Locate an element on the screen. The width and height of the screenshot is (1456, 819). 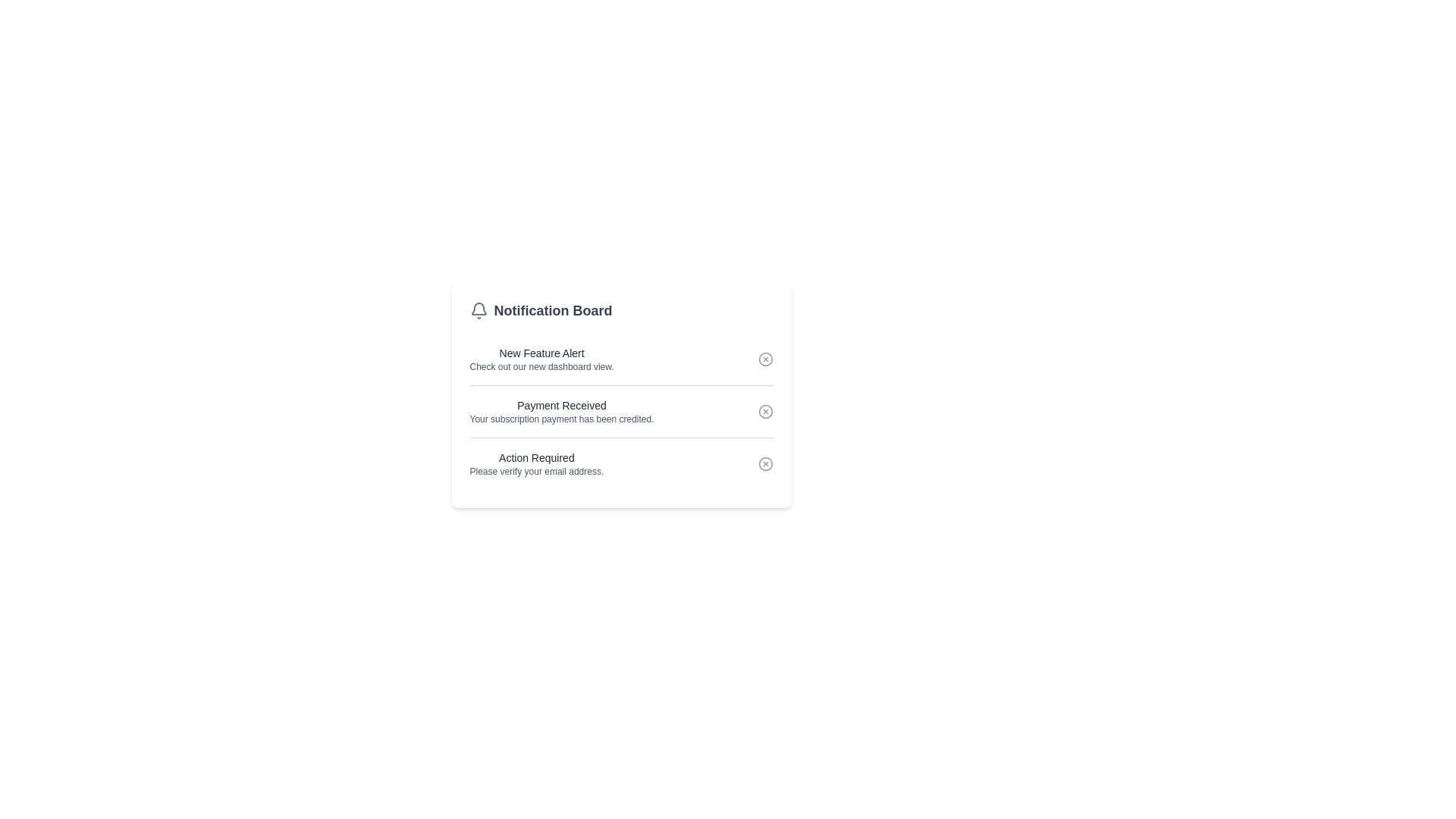
the static text label that prompts user attention related to email verification, located in the third notification group above the 'Please verify your email address' text is located at coordinates (536, 457).